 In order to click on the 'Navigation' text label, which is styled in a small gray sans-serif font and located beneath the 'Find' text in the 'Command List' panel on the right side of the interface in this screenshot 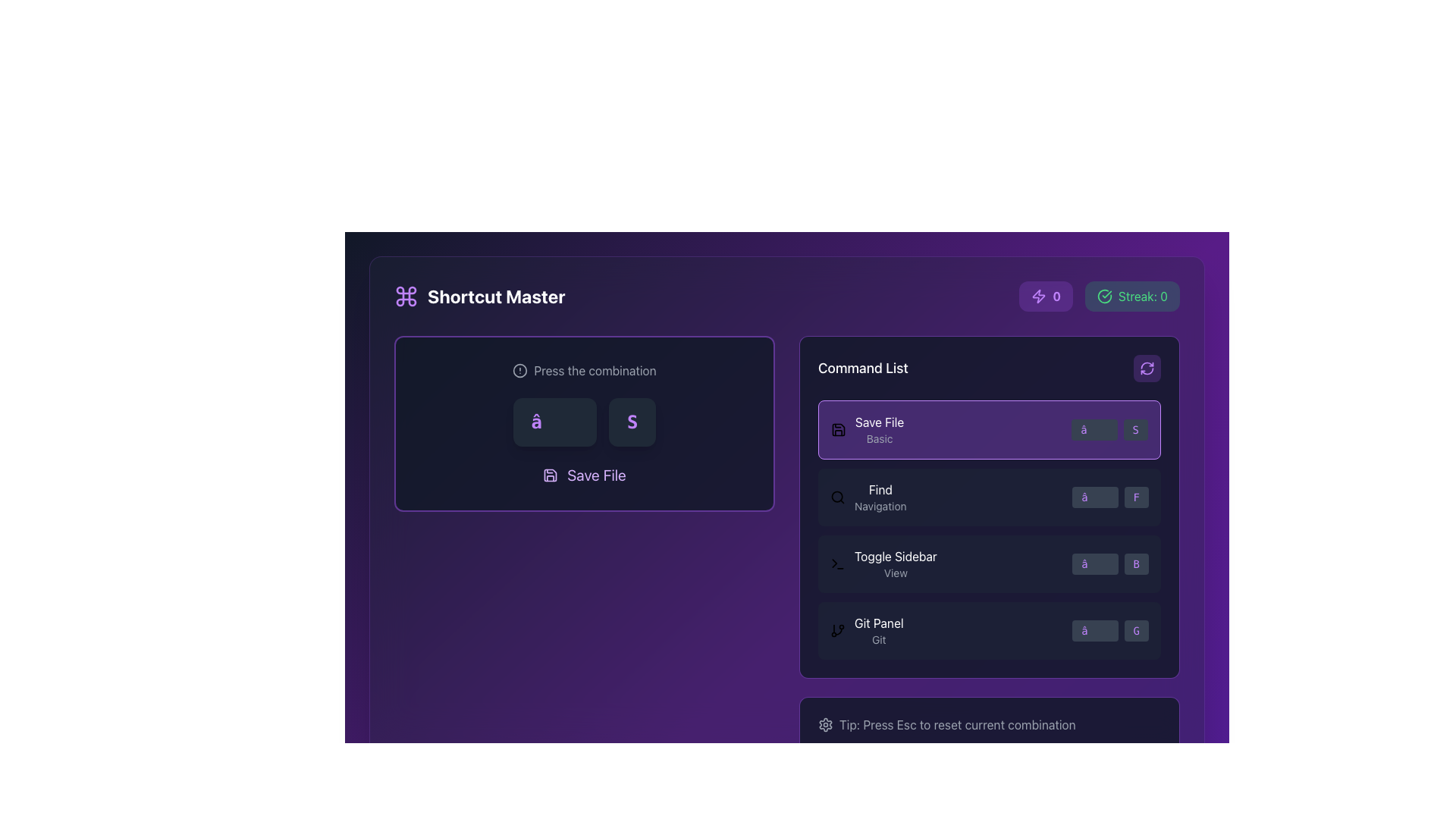, I will do `click(880, 506)`.